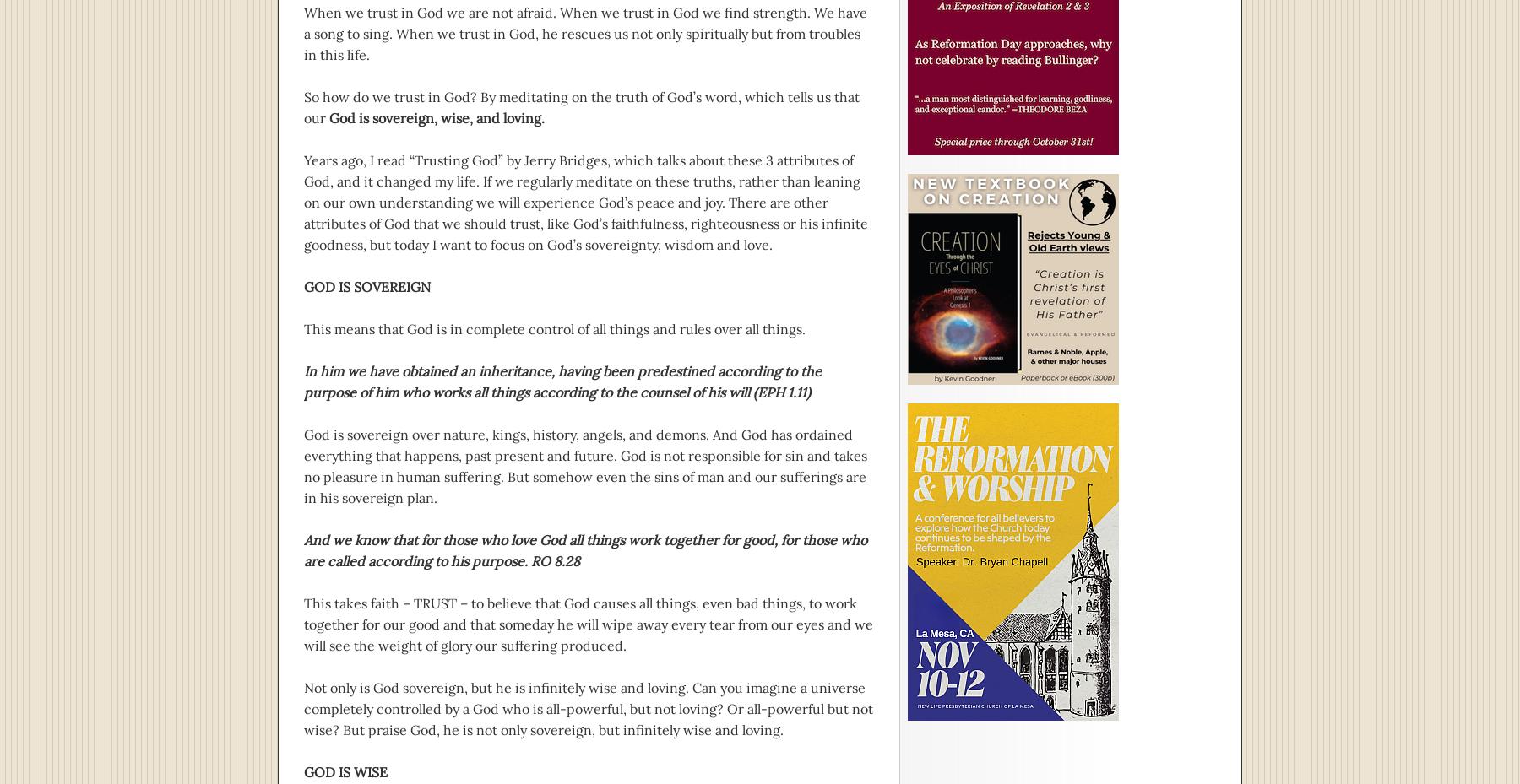  What do you see at coordinates (584, 33) in the screenshot?
I see `'When we trust in God we are not afraid. When we trust in God we find strength. We have a song to sing. When we trust in God, he rescues us not only spiritually but from troubles in this life.'` at bounding box center [584, 33].